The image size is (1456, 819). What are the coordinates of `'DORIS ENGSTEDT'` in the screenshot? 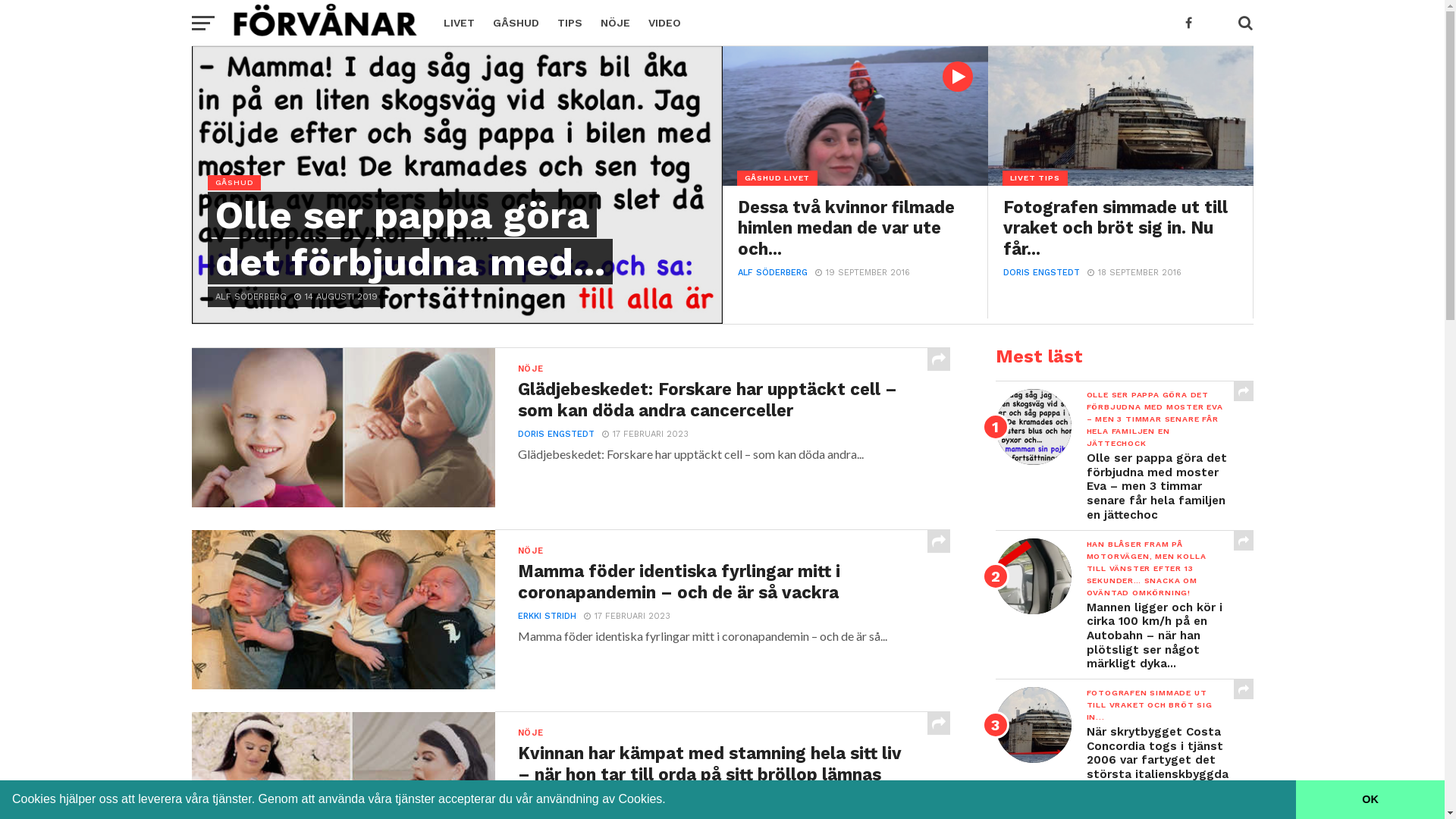 It's located at (516, 434).